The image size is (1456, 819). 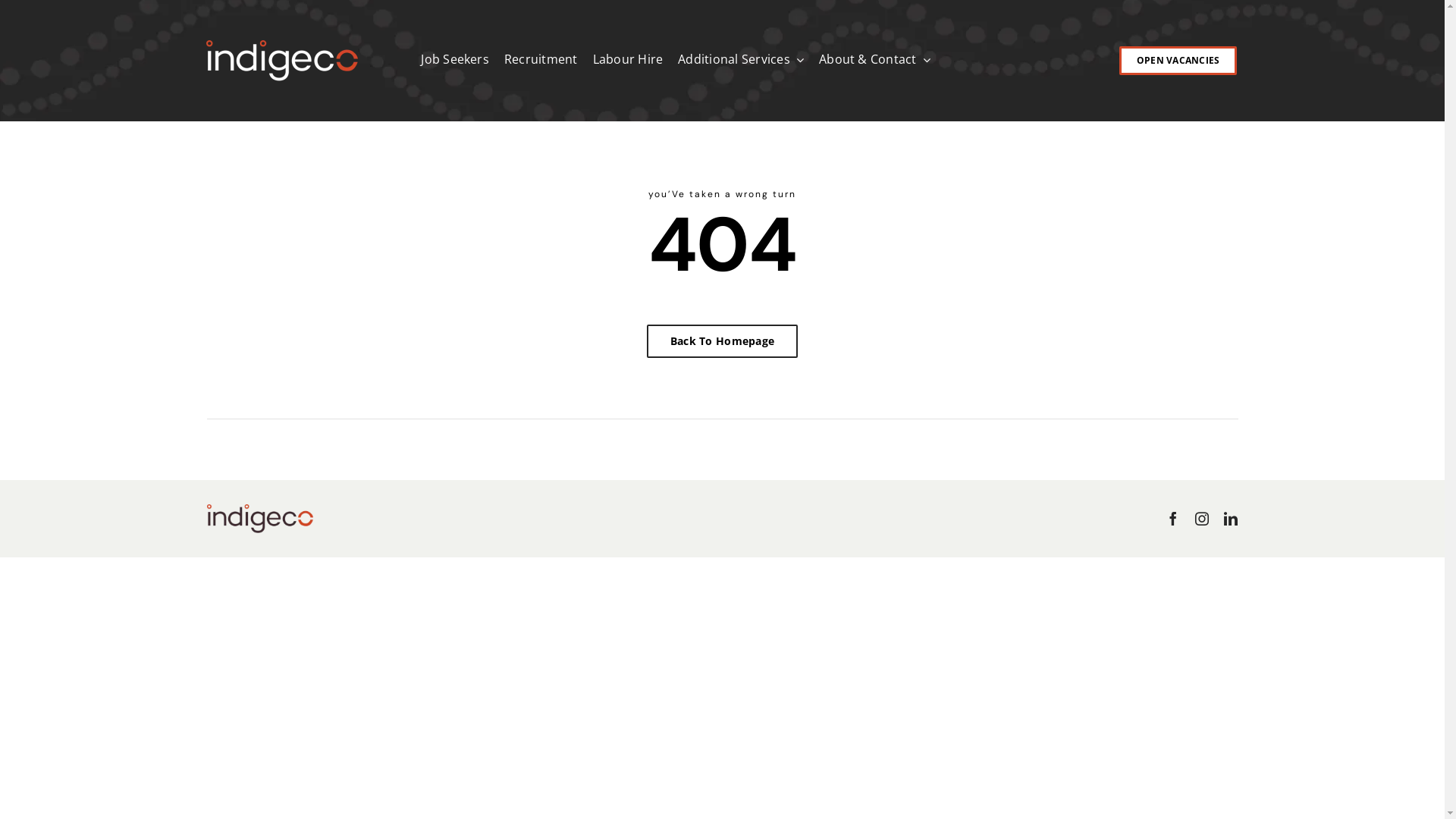 What do you see at coordinates (259, 517) in the screenshot?
I see `'0241 04 Indigeco COLOUR 512px'` at bounding box center [259, 517].